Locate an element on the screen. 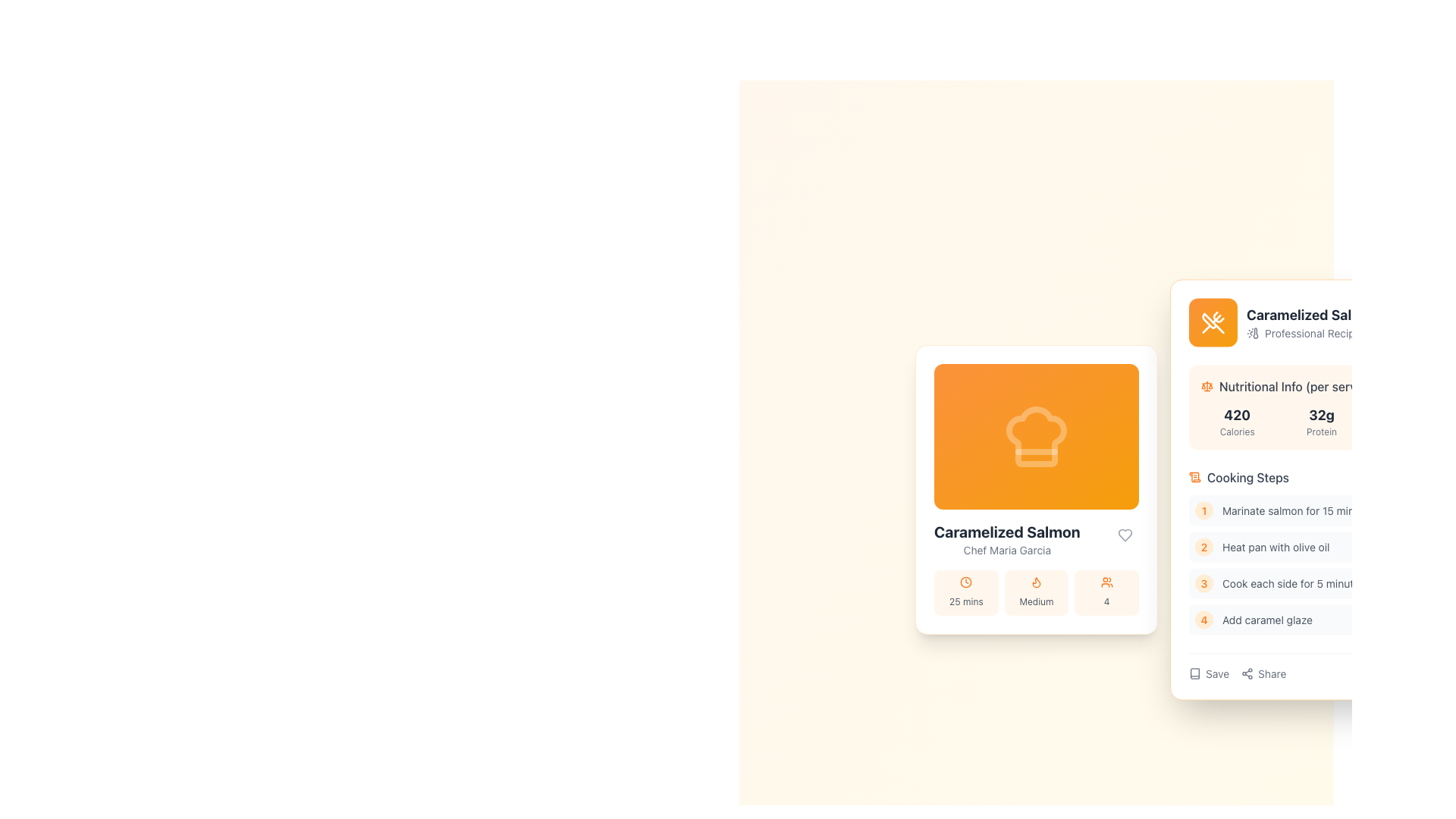  the text label that indicates the nutritional metric for calories, located directly below the '420' value in the nutritional information section is located at coordinates (1237, 431).